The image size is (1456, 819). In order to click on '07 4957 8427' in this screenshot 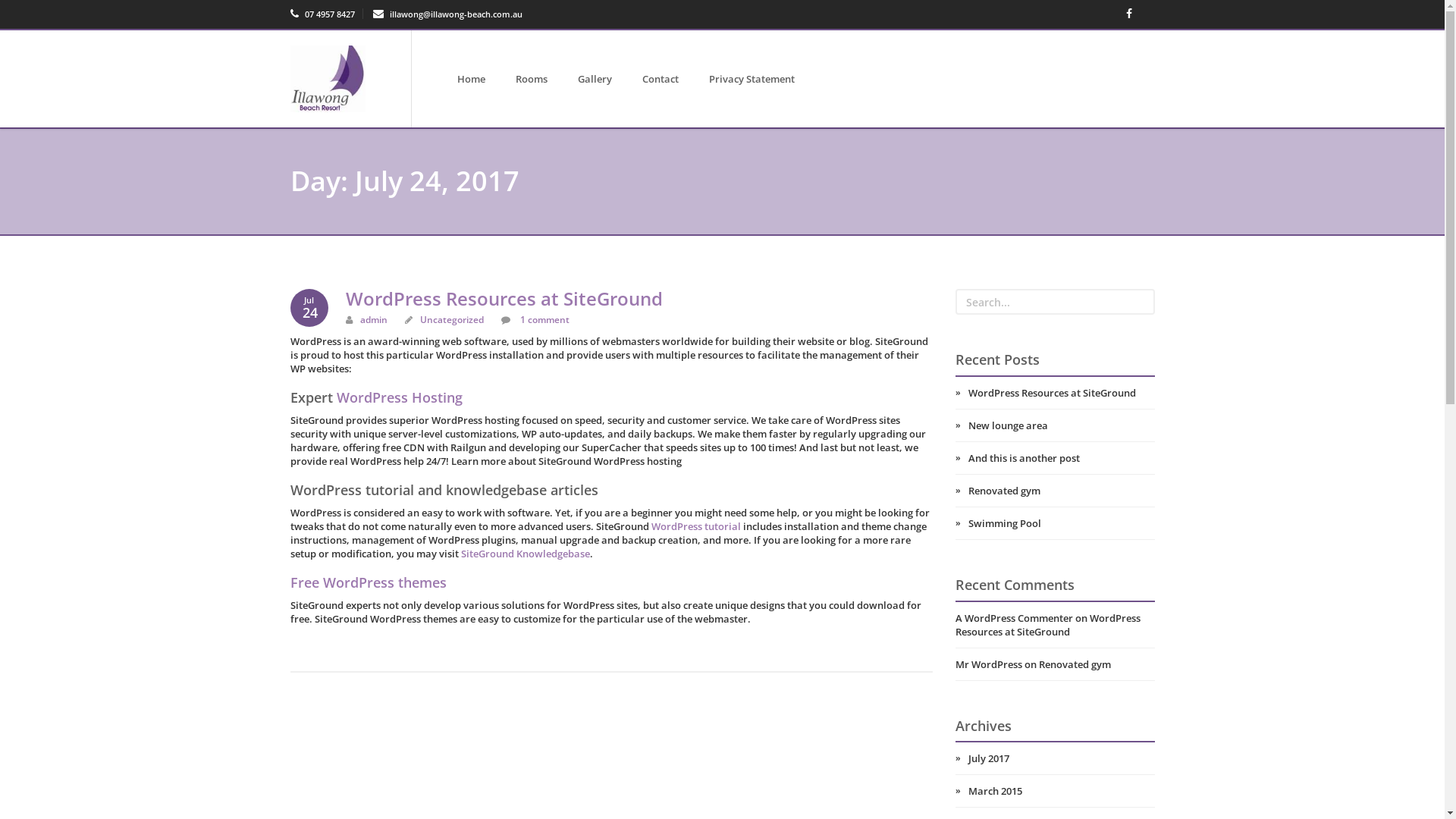, I will do `click(321, 14)`.